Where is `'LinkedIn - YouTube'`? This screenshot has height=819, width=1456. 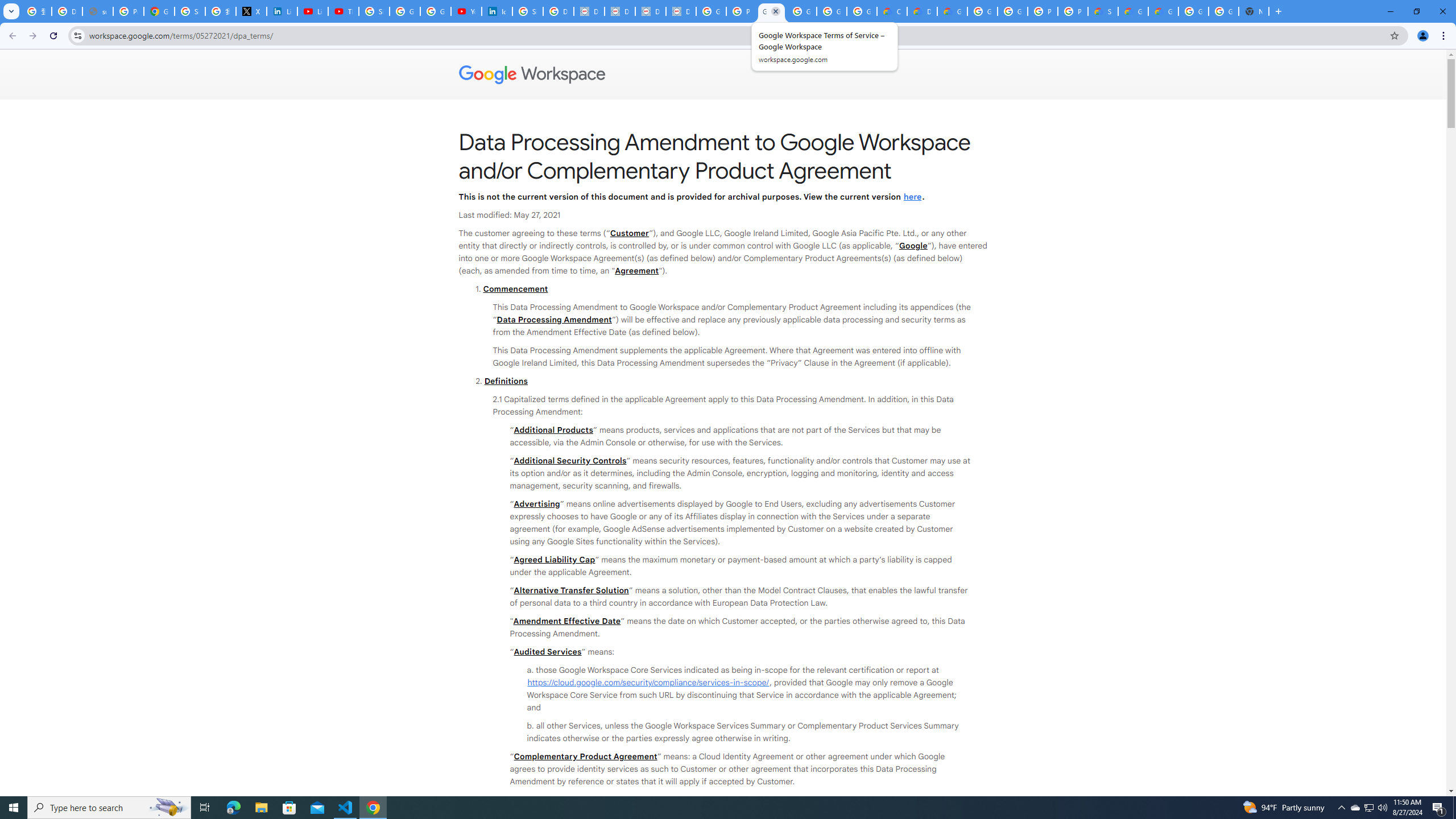 'LinkedIn - YouTube' is located at coordinates (313, 11).